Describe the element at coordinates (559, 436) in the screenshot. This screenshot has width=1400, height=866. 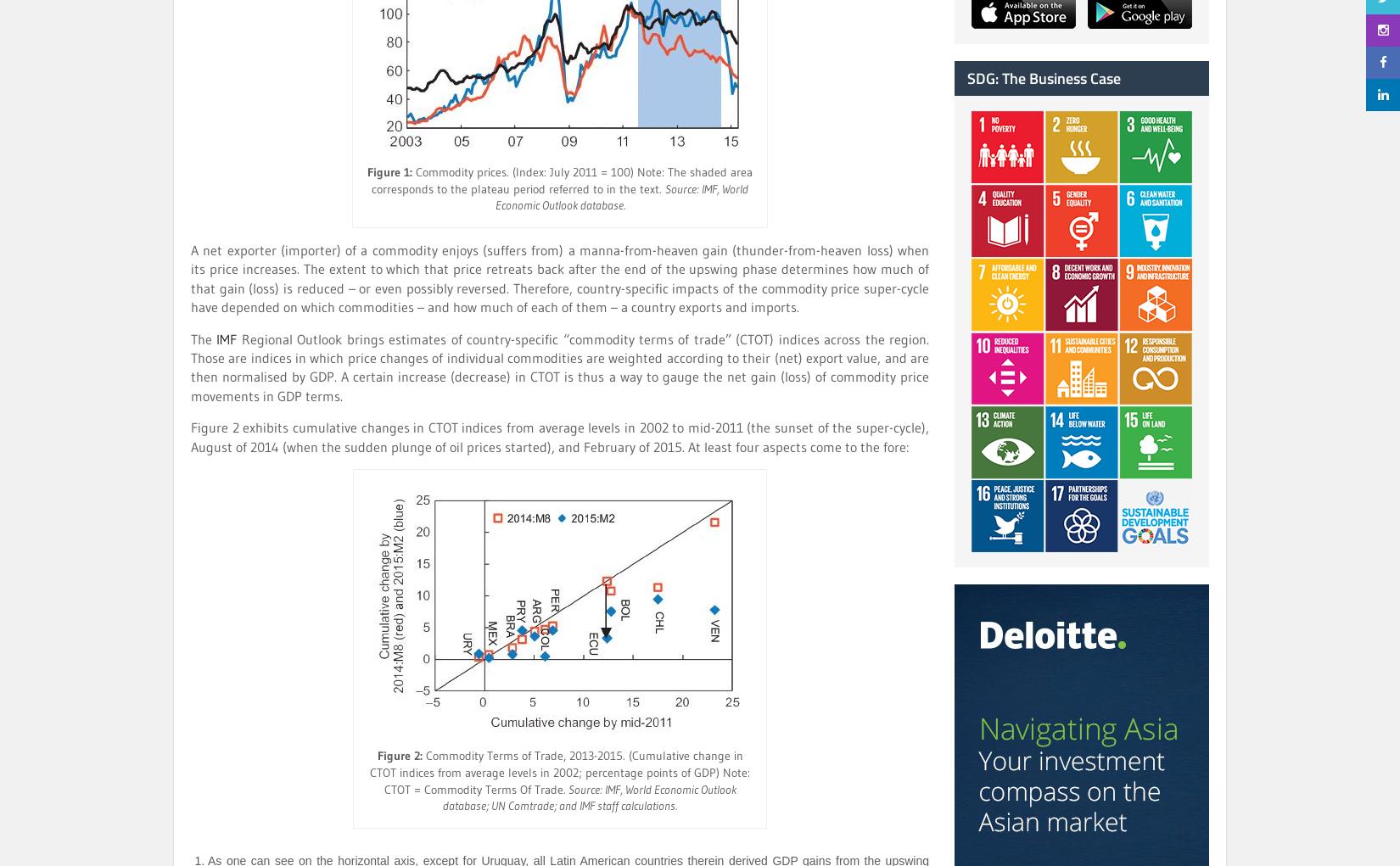
I see `'Figure 2 exhibits cumulative changes in CTOT indices from average levels in 2002 to mid-2011 (the sunset of the super-cycle), August of 2014 (when the sudden plunge of oil prices started), and February of 2015. At least four aspects come to the fore:'` at that location.